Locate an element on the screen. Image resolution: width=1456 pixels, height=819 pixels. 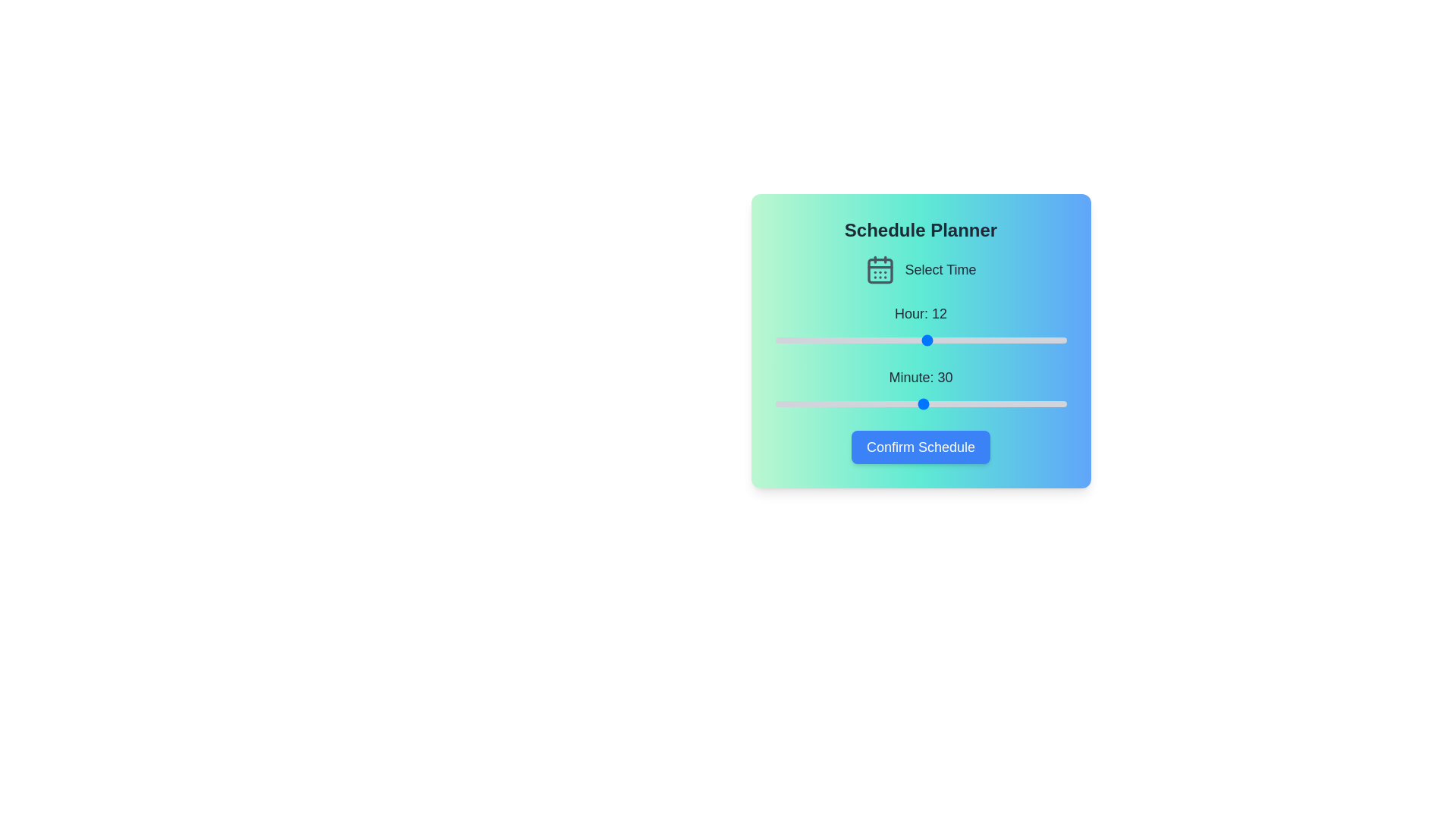
the minute slider to 13 value is located at coordinates (839, 403).